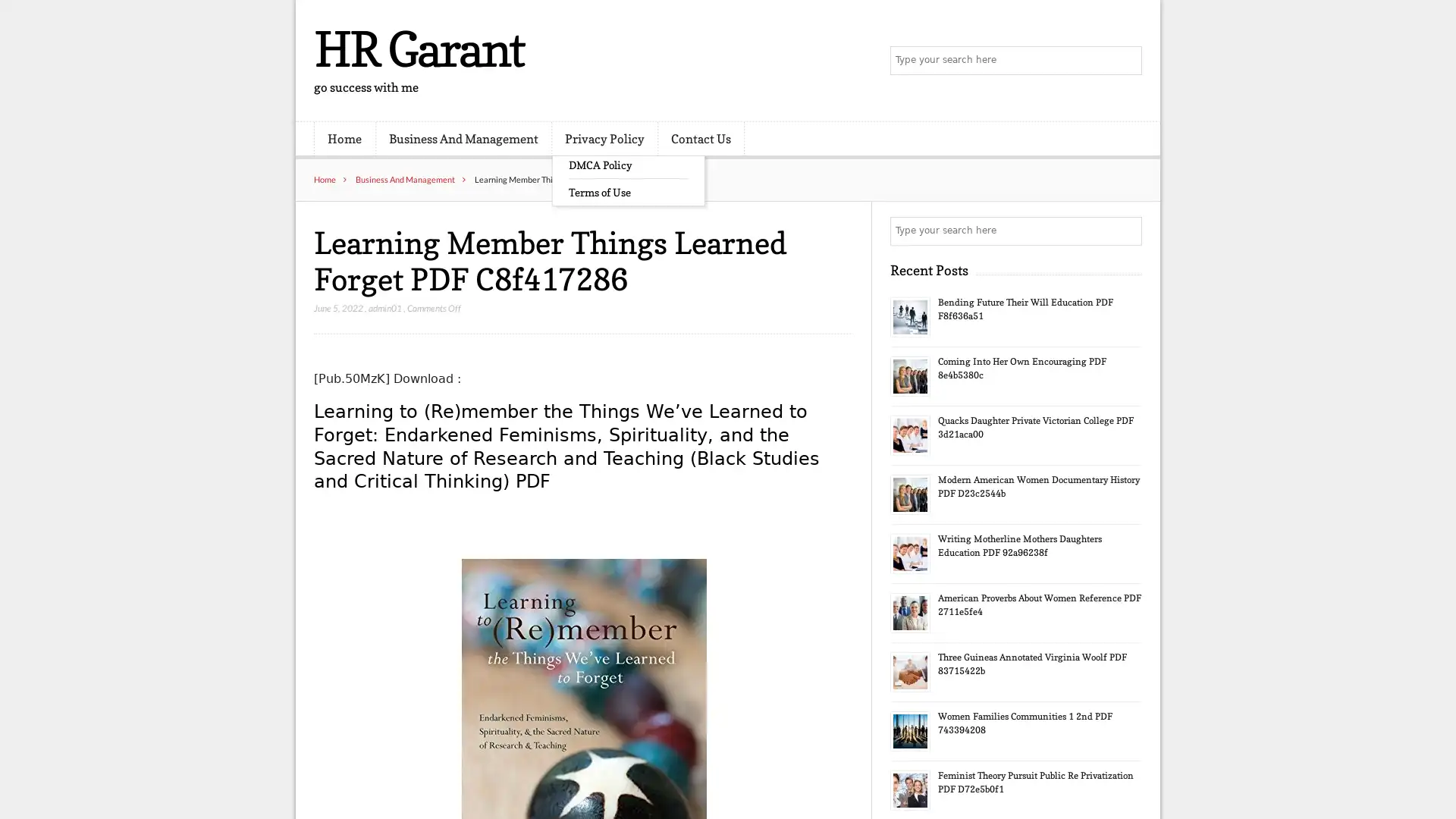  Describe the element at coordinates (1126, 61) in the screenshot. I see `Search` at that location.